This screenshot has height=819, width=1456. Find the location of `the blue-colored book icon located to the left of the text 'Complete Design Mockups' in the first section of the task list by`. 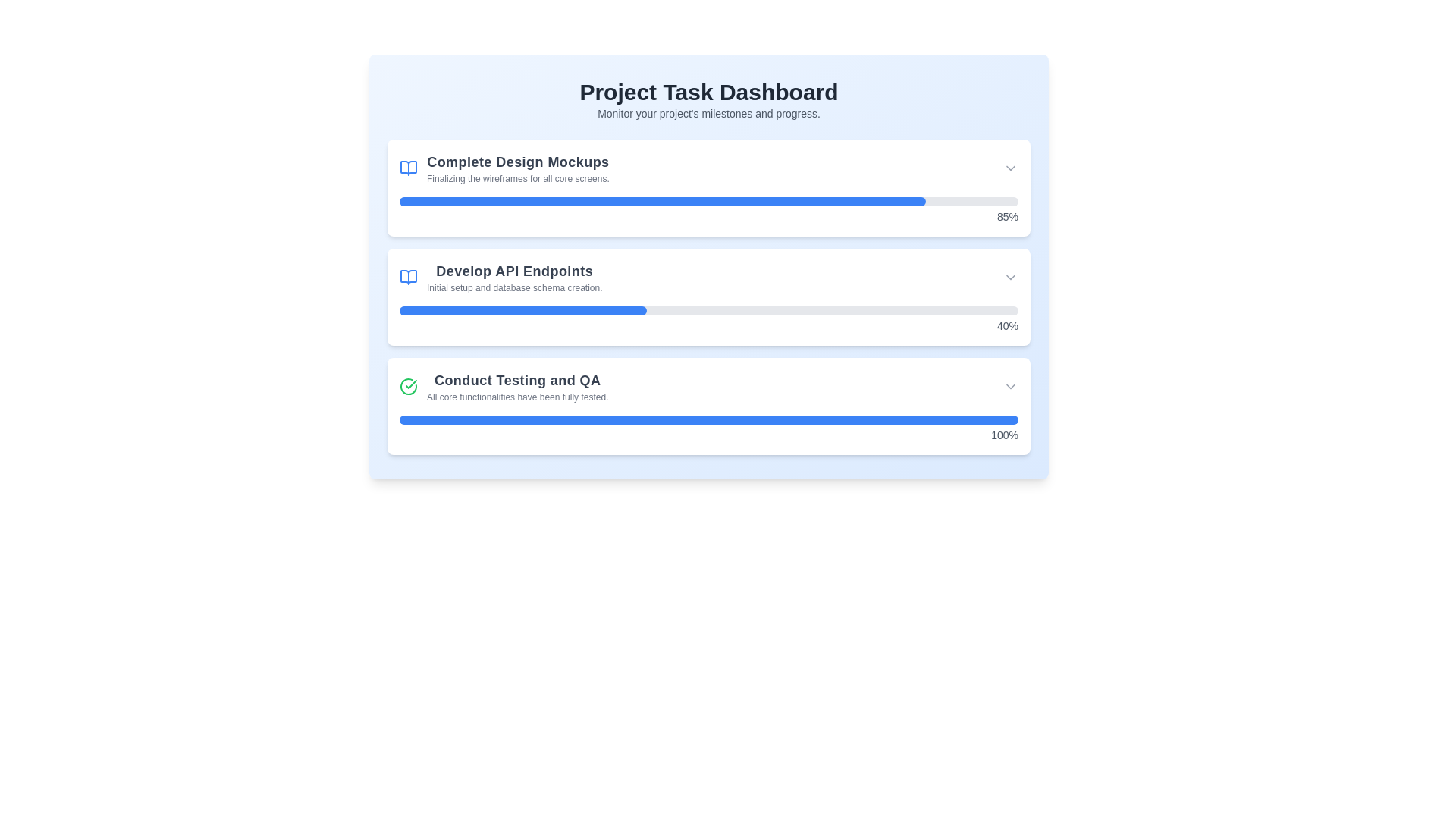

the blue-colored book icon located to the left of the text 'Complete Design Mockups' in the first section of the task list by is located at coordinates (408, 168).